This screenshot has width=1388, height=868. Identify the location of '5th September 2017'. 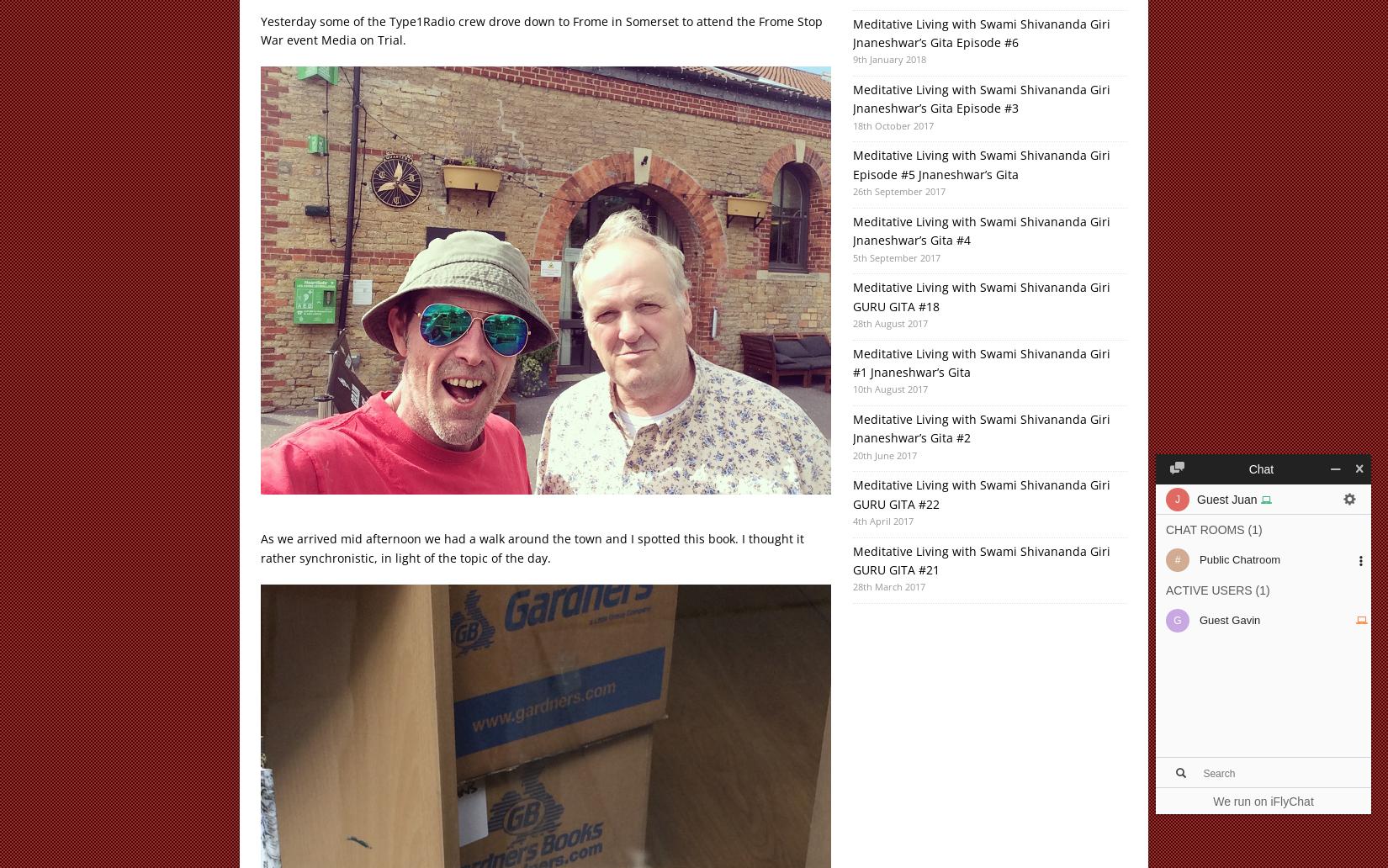
(896, 257).